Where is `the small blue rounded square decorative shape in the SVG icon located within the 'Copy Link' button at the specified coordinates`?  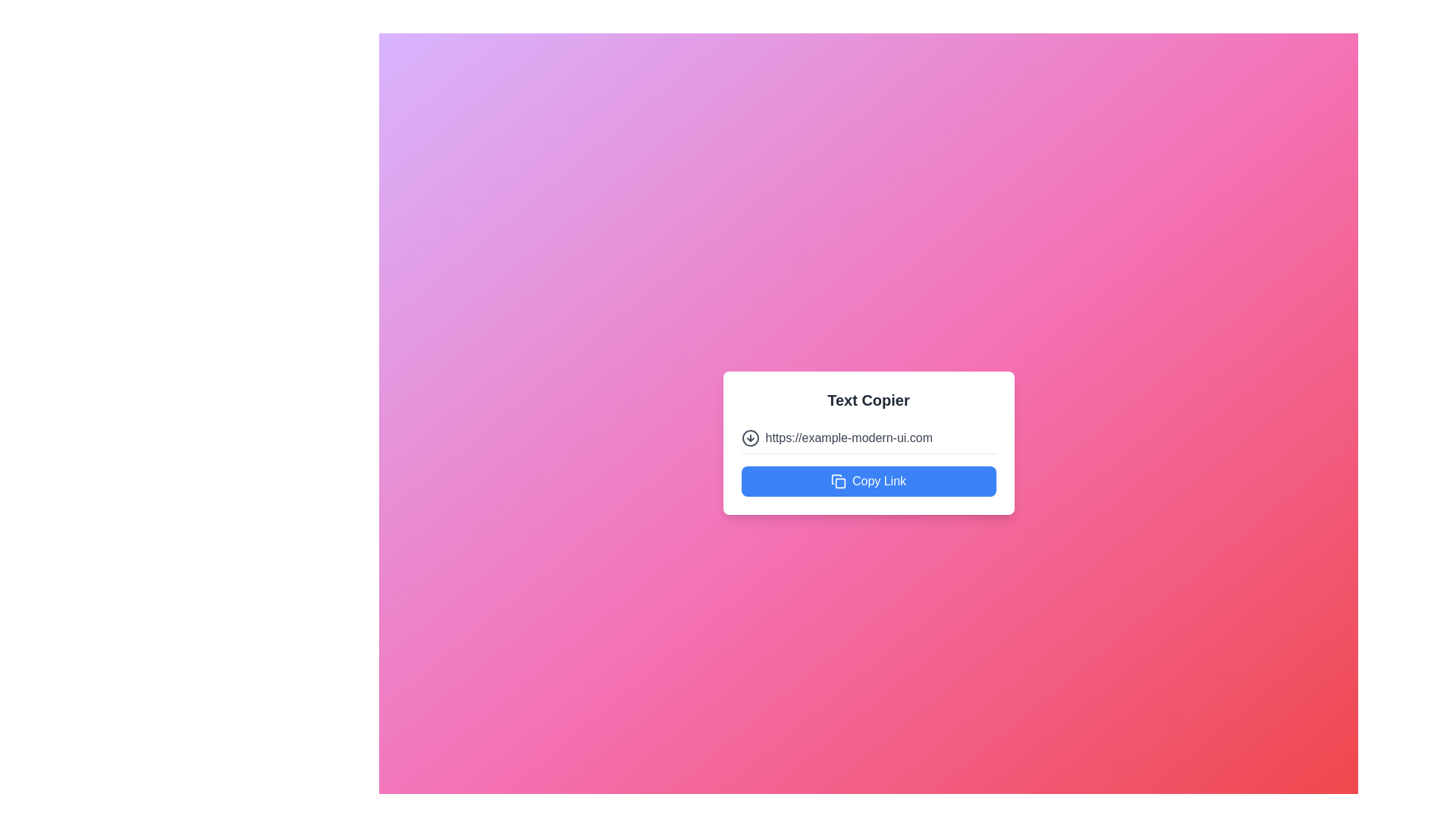 the small blue rounded square decorative shape in the SVG icon located within the 'Copy Link' button at the specified coordinates is located at coordinates (839, 482).